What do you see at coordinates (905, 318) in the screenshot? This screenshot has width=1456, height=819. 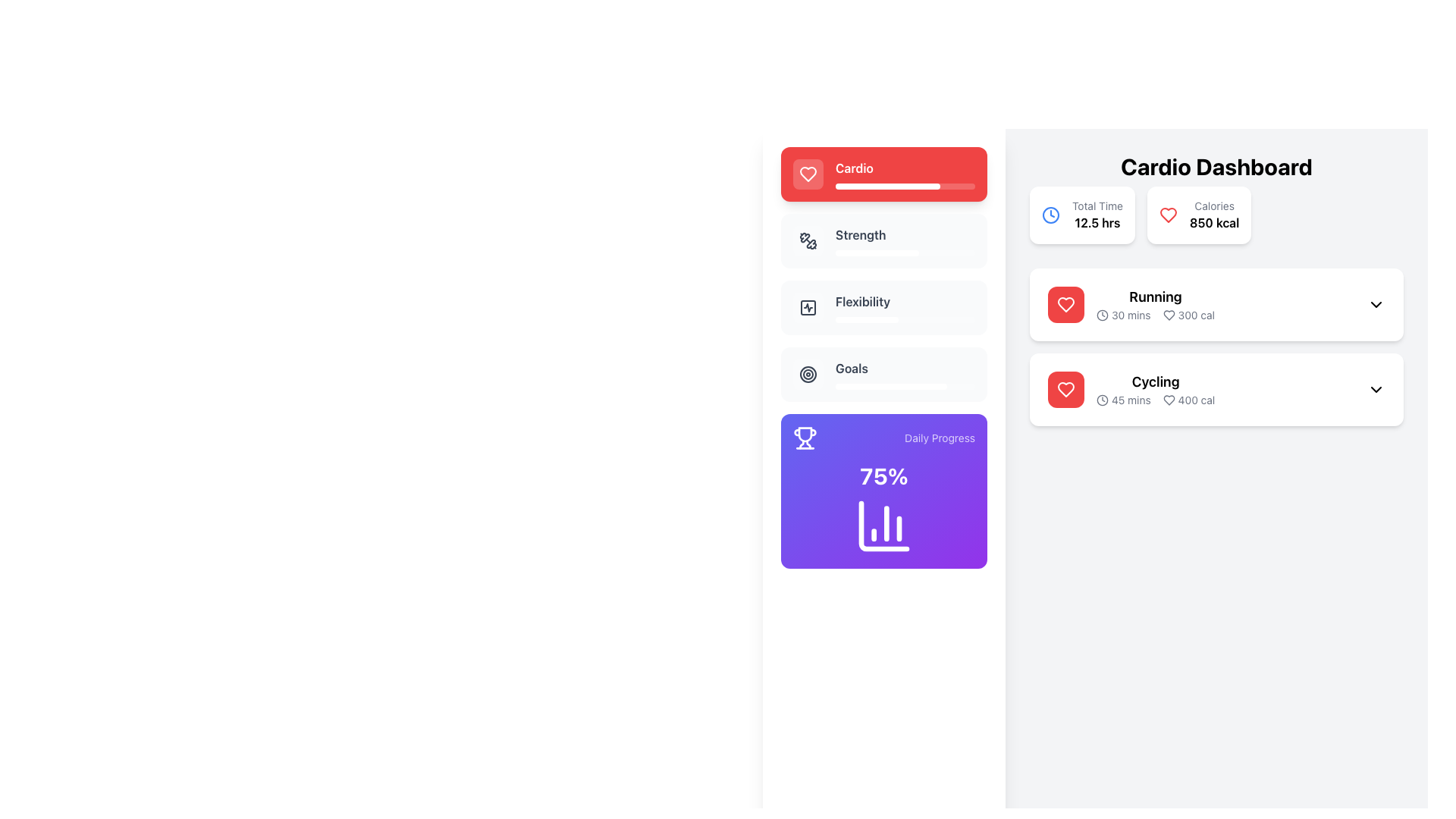 I see `the progress state of the Horizontal Progress Bar located below the 'Flexibility' heading in the sidebar section` at bounding box center [905, 318].